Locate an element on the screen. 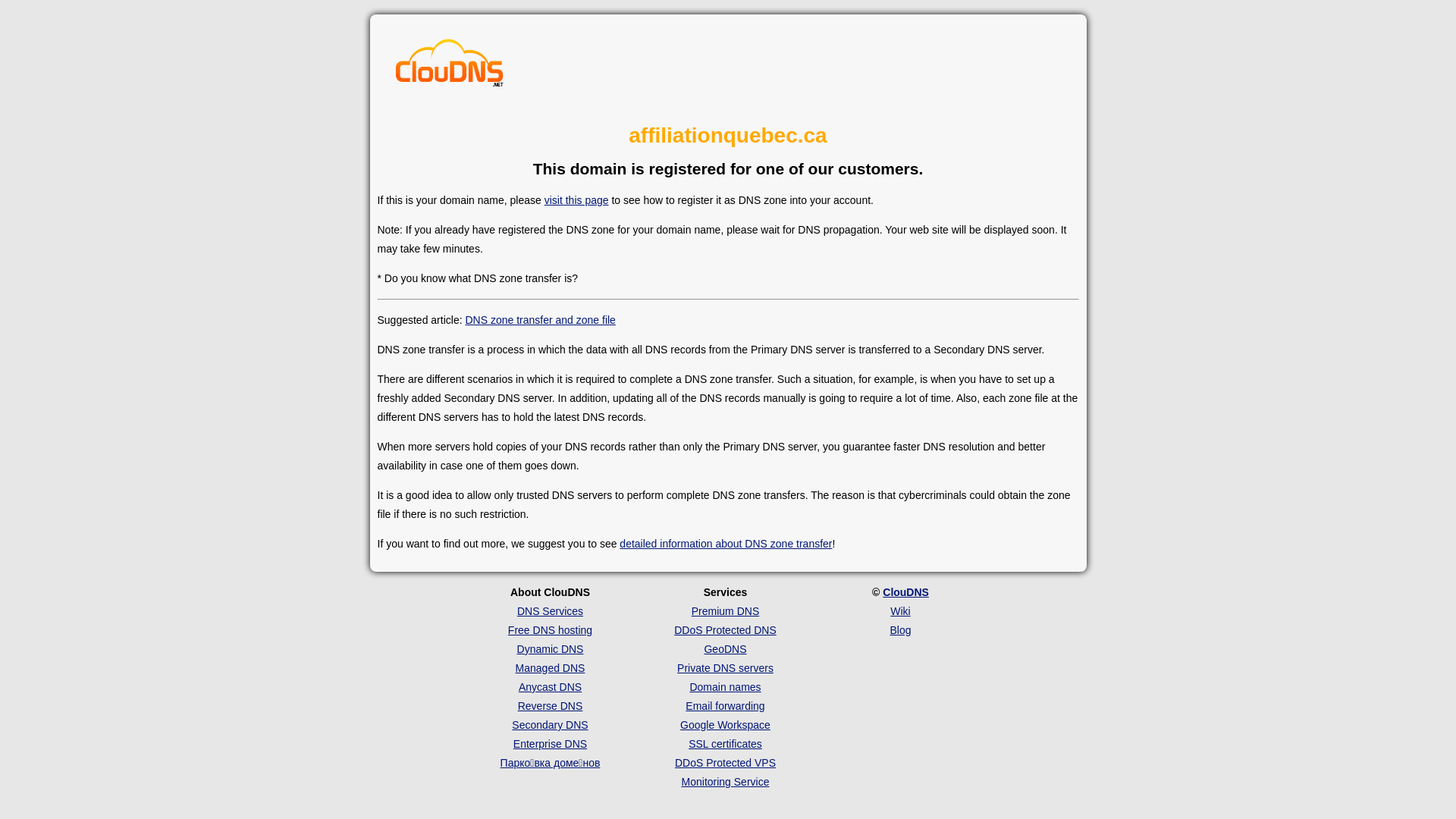 This screenshot has width=1456, height=819. 'DNS zone transfer and zone file' is located at coordinates (539, 318).